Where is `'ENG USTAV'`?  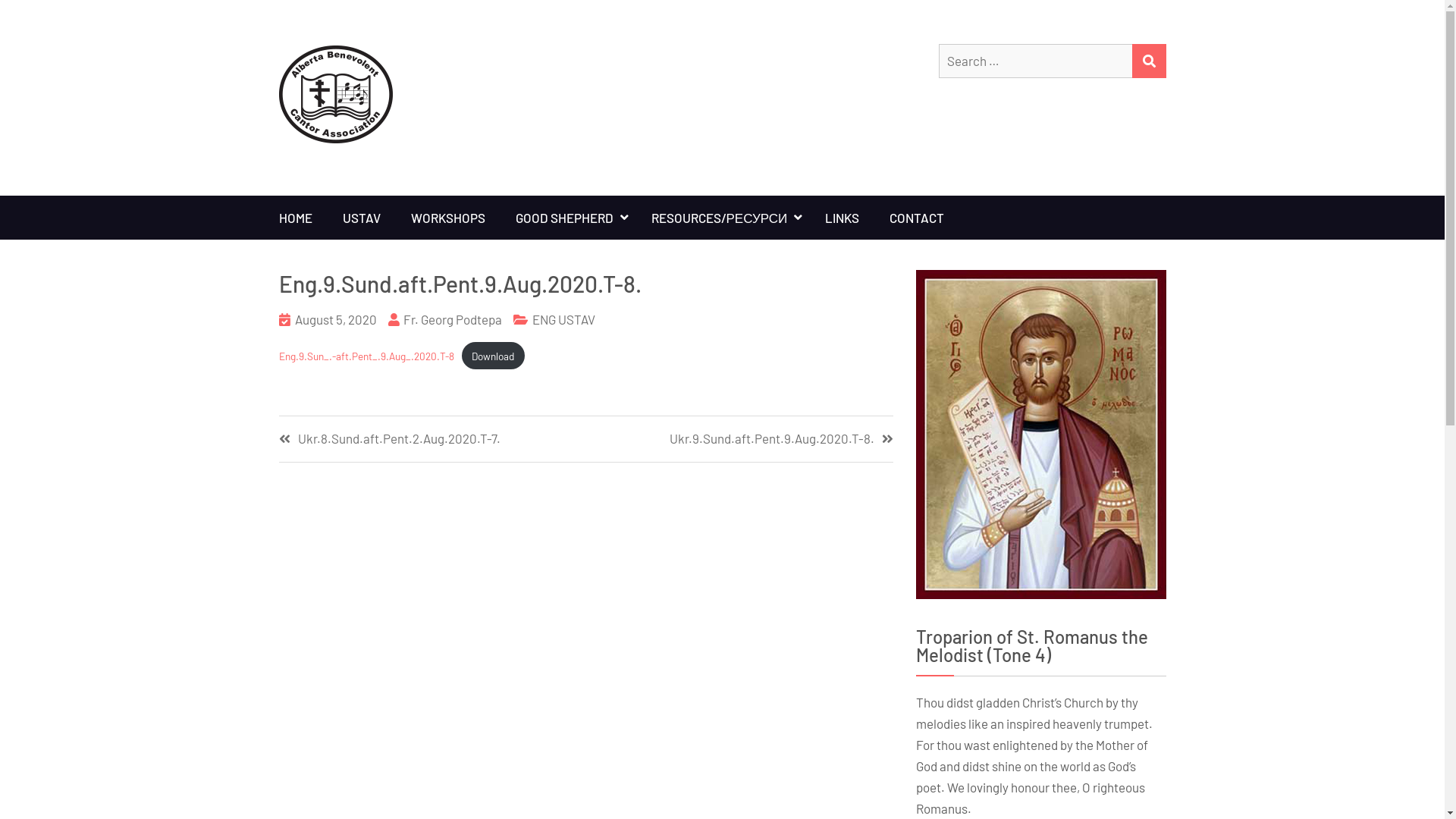 'ENG USTAV' is located at coordinates (563, 318).